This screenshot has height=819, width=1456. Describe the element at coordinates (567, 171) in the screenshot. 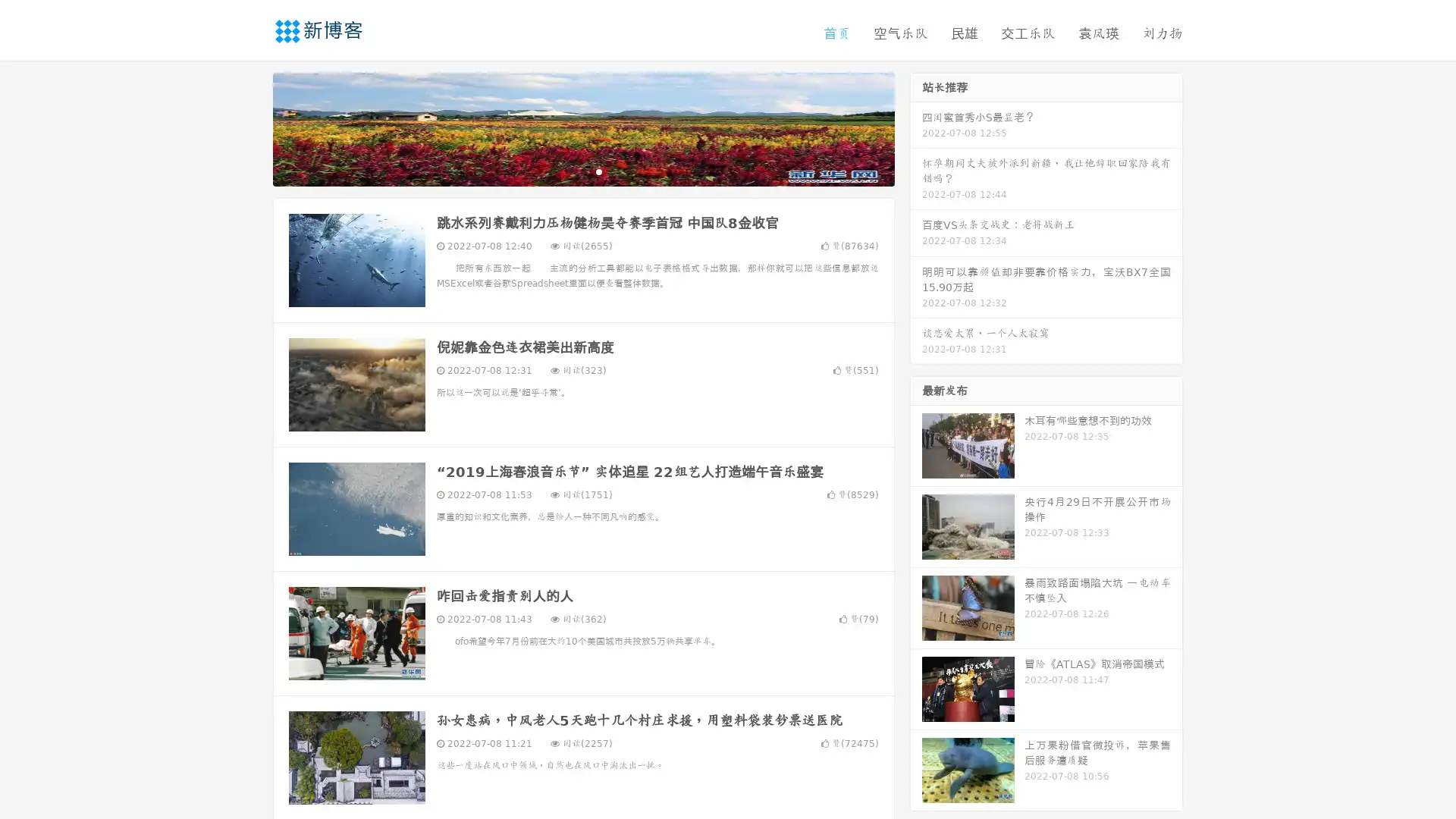

I see `Go to slide 1` at that location.